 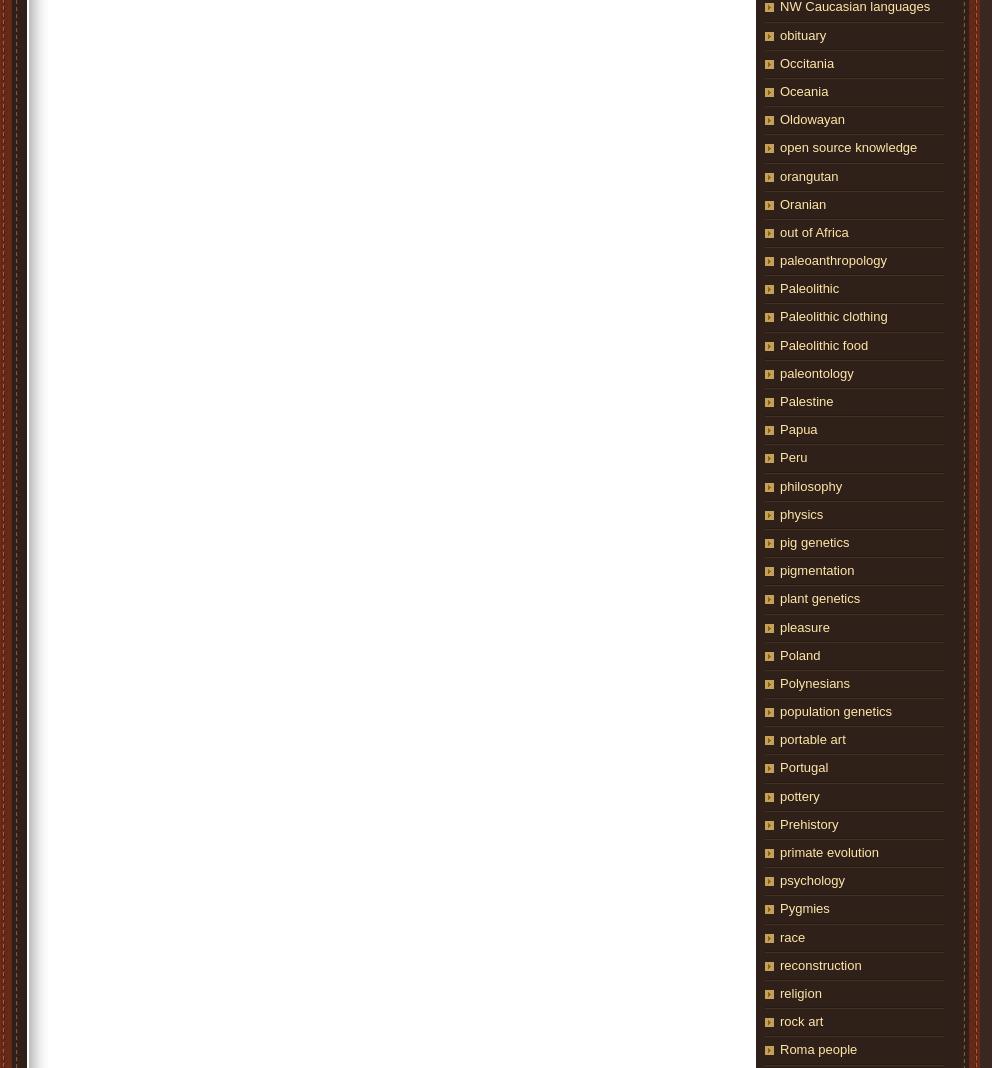 I want to click on 'Prehistory', so click(x=808, y=822).